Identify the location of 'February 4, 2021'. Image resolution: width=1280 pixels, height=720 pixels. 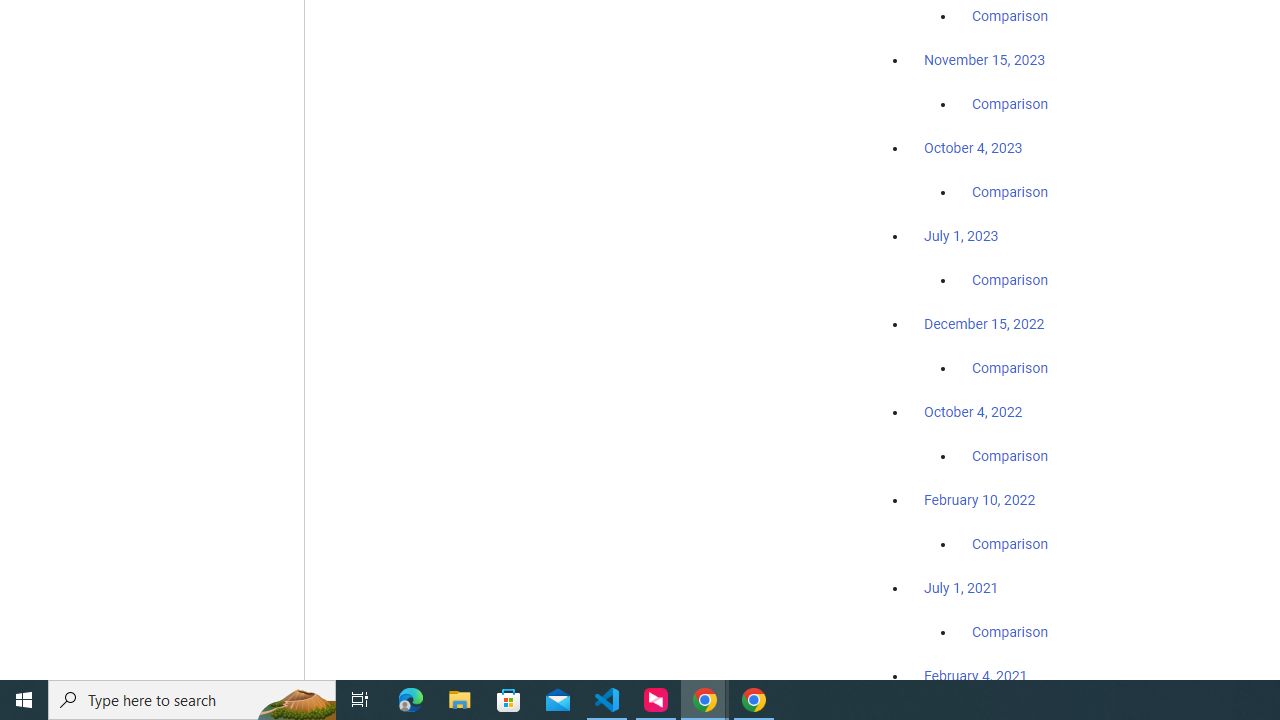
(976, 675).